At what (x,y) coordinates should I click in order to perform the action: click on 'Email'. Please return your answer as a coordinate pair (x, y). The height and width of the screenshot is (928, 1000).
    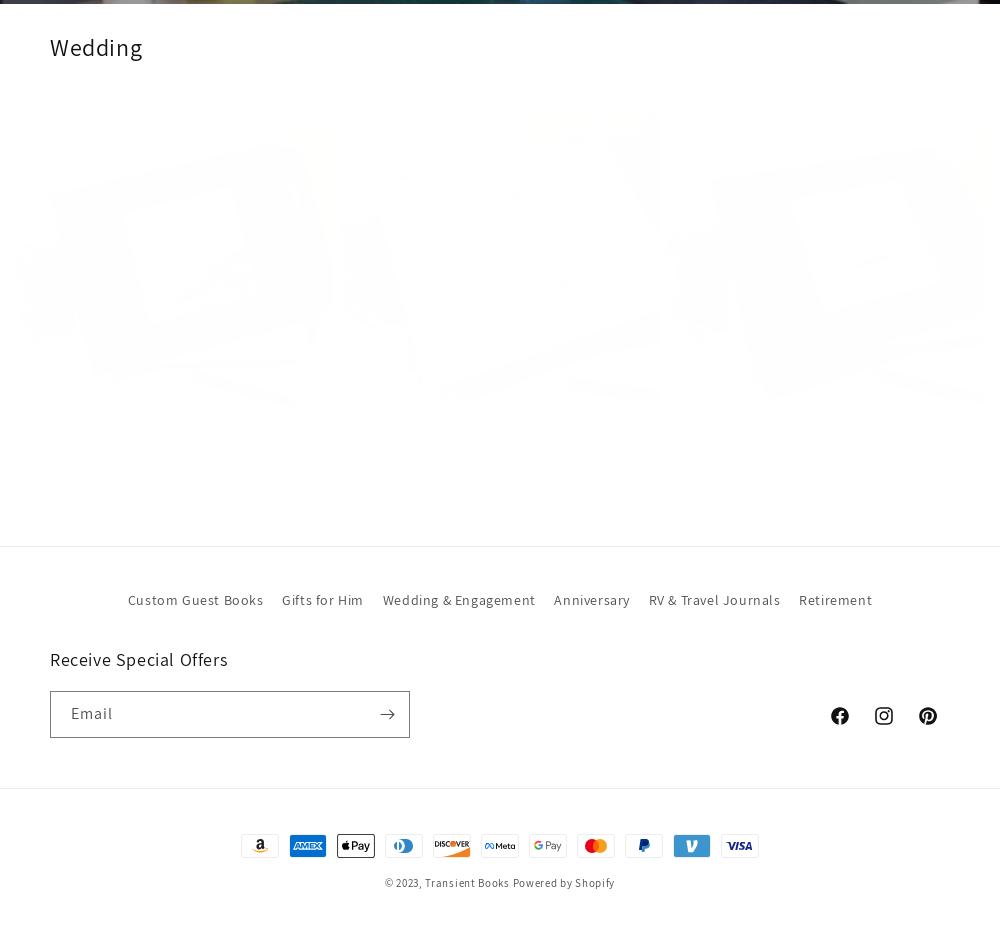
    Looking at the image, I should click on (91, 712).